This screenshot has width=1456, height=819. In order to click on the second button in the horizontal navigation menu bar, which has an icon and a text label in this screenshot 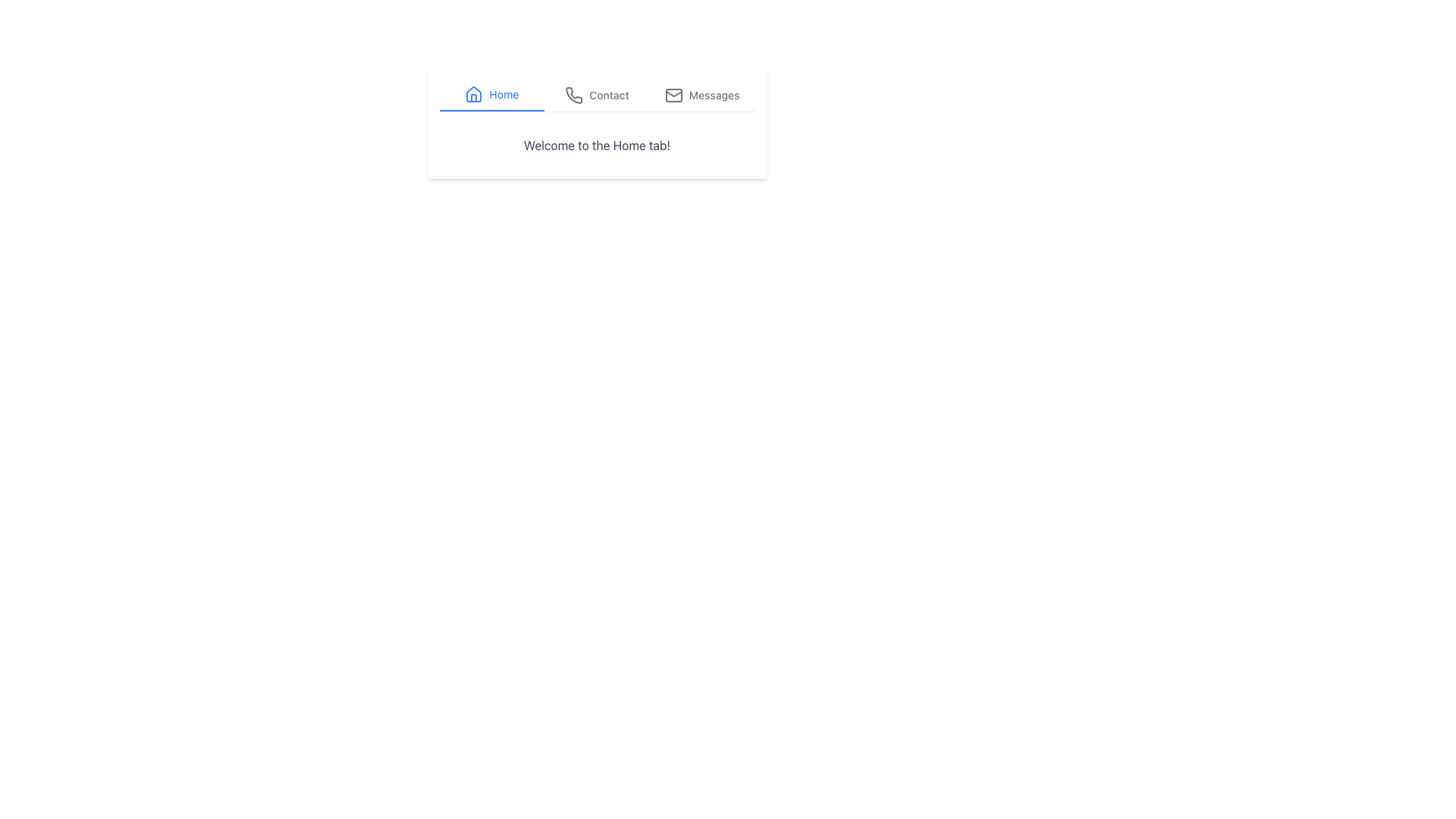, I will do `click(596, 96)`.